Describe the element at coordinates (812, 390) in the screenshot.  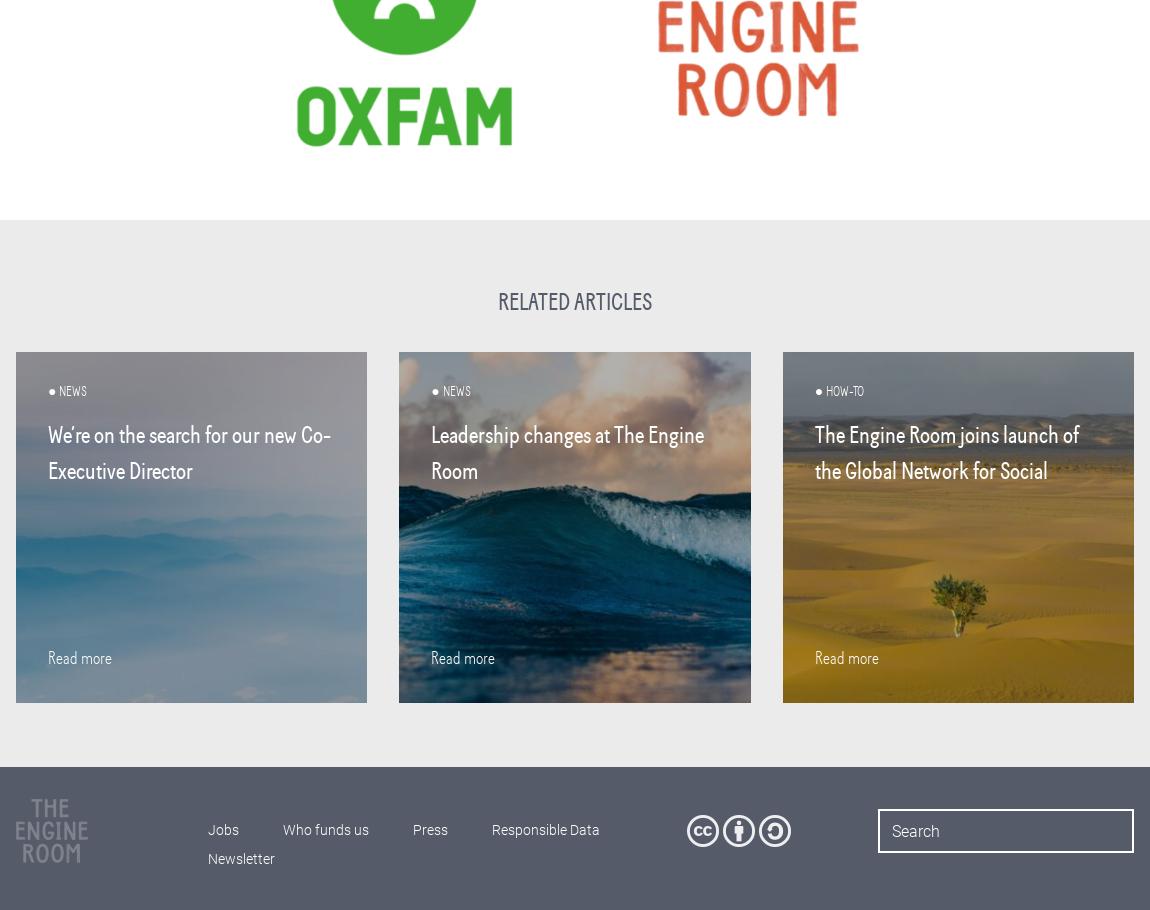
I see `'● How-to'` at that location.